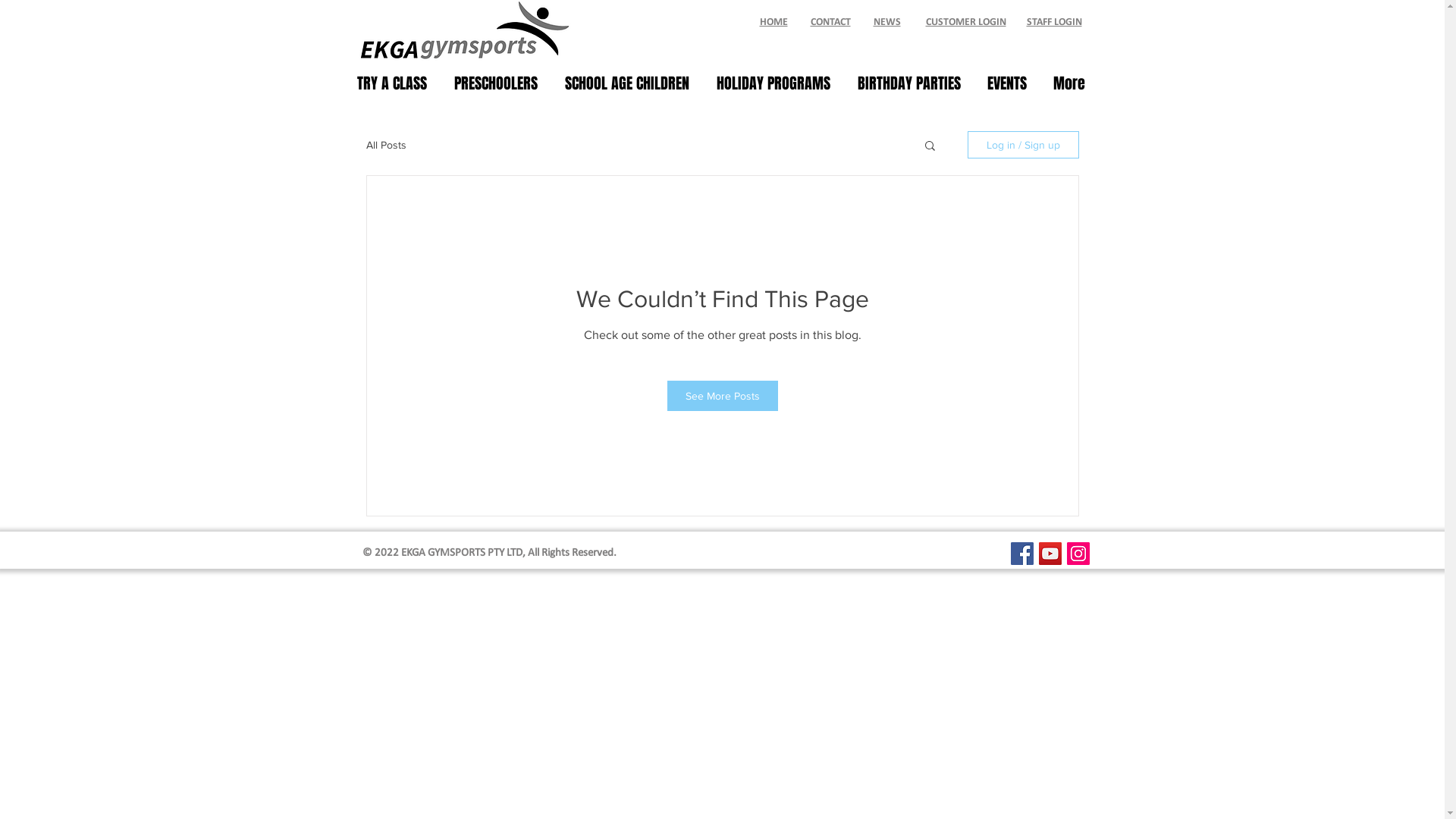 This screenshot has height=819, width=1456. Describe the element at coordinates (1053, 22) in the screenshot. I see `'STAFF LOGIN'` at that location.